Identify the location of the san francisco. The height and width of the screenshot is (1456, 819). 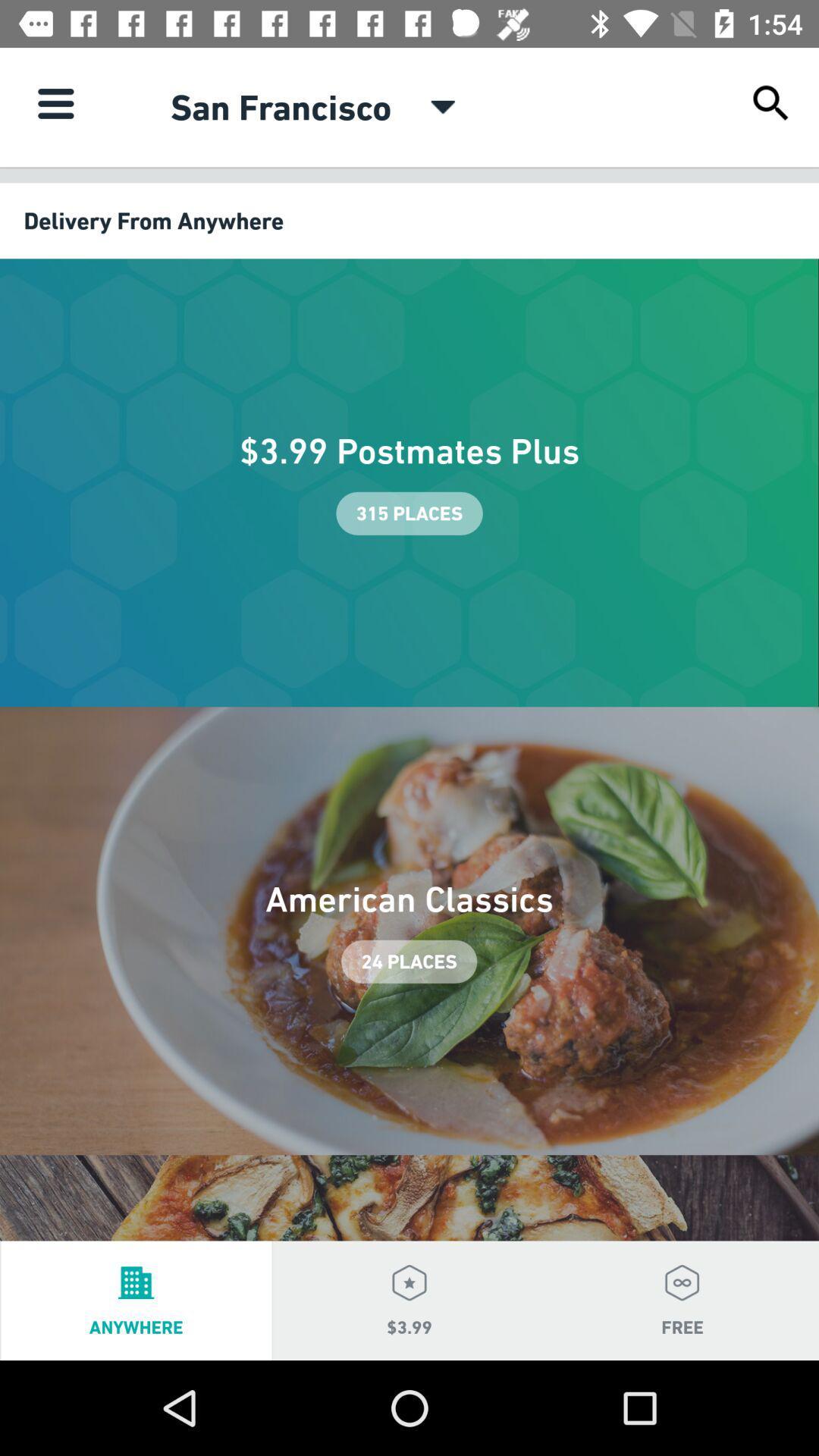
(281, 106).